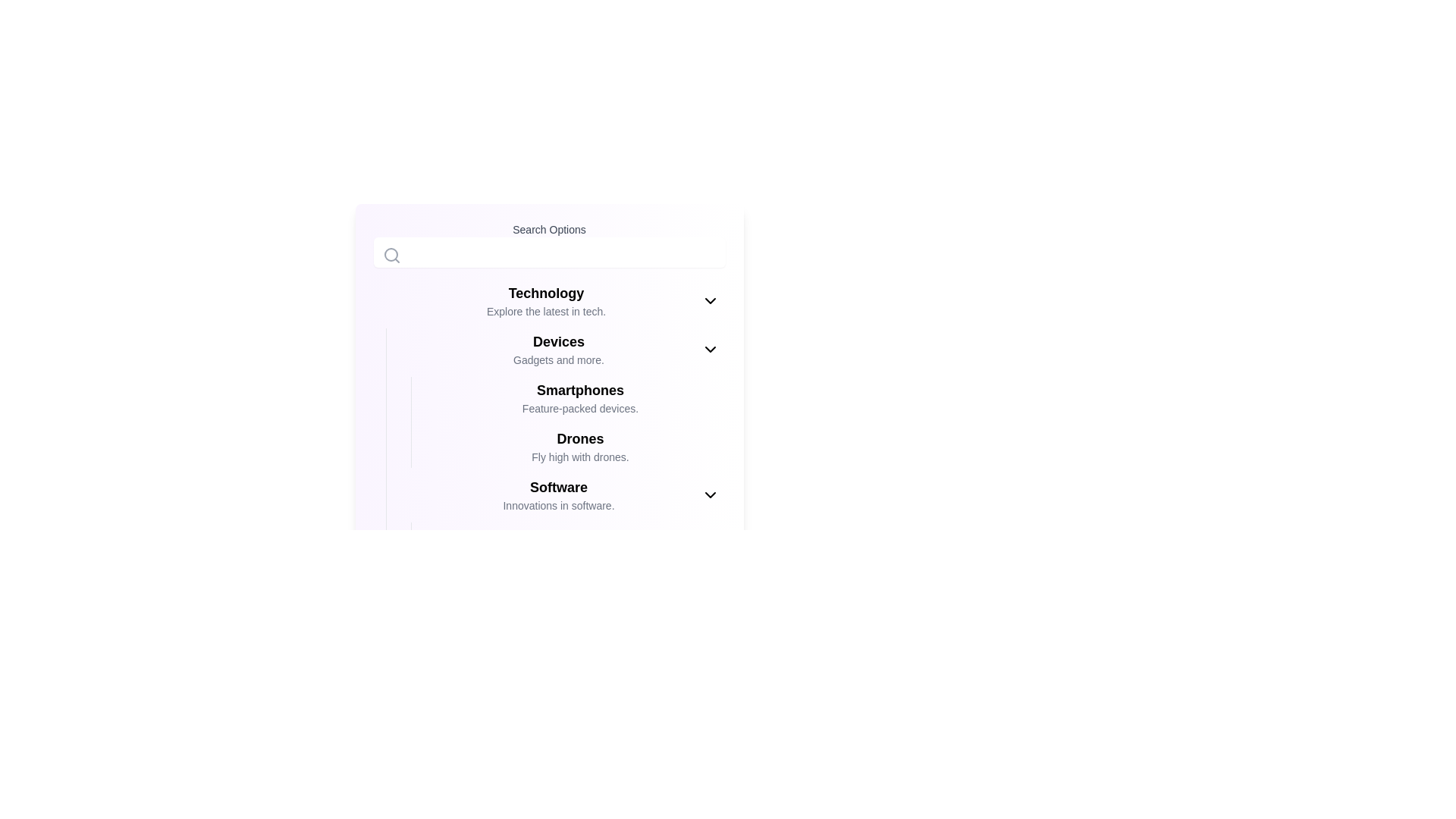 The height and width of the screenshot is (819, 1456). What do you see at coordinates (558, 359) in the screenshot?
I see `the descriptive subtitle label for the 'Devices' category, which is positioned beneath the 'Technology' header and above the subsection headings` at bounding box center [558, 359].